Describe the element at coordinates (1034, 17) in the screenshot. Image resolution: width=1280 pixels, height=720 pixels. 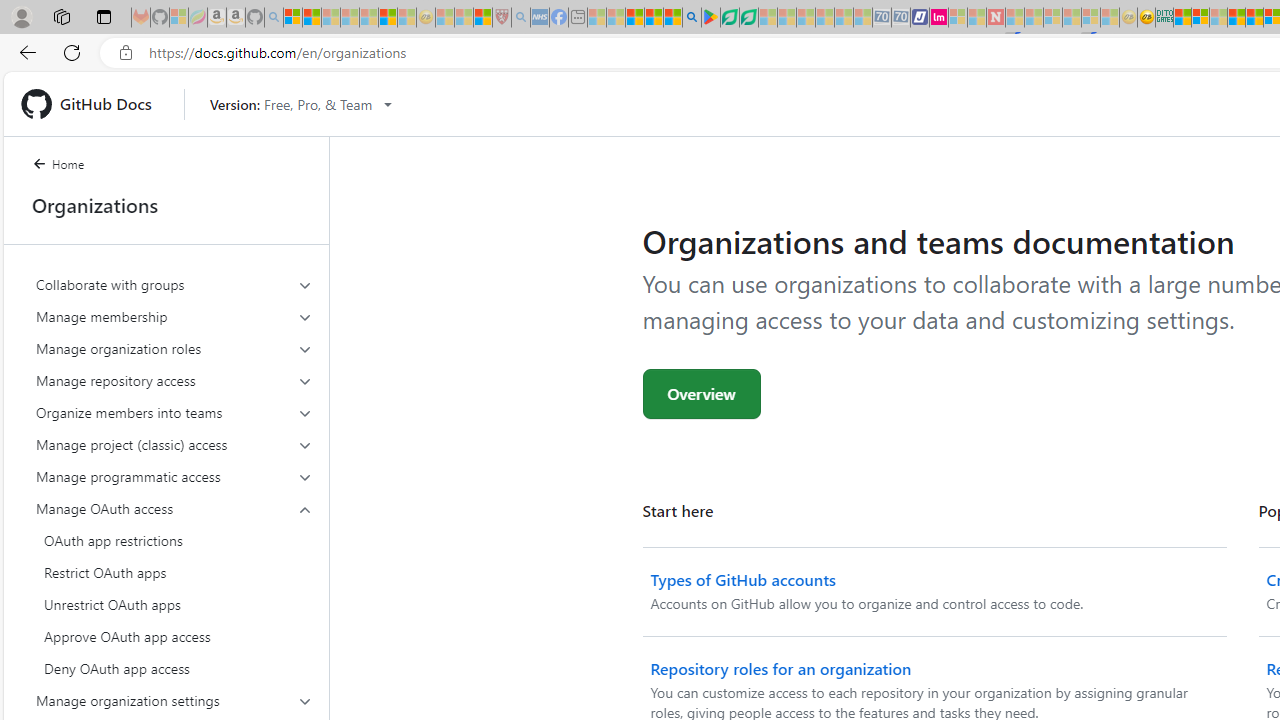
I see `'14 Common Myths Debunked By Scientific Facts - Sleeping'` at that location.